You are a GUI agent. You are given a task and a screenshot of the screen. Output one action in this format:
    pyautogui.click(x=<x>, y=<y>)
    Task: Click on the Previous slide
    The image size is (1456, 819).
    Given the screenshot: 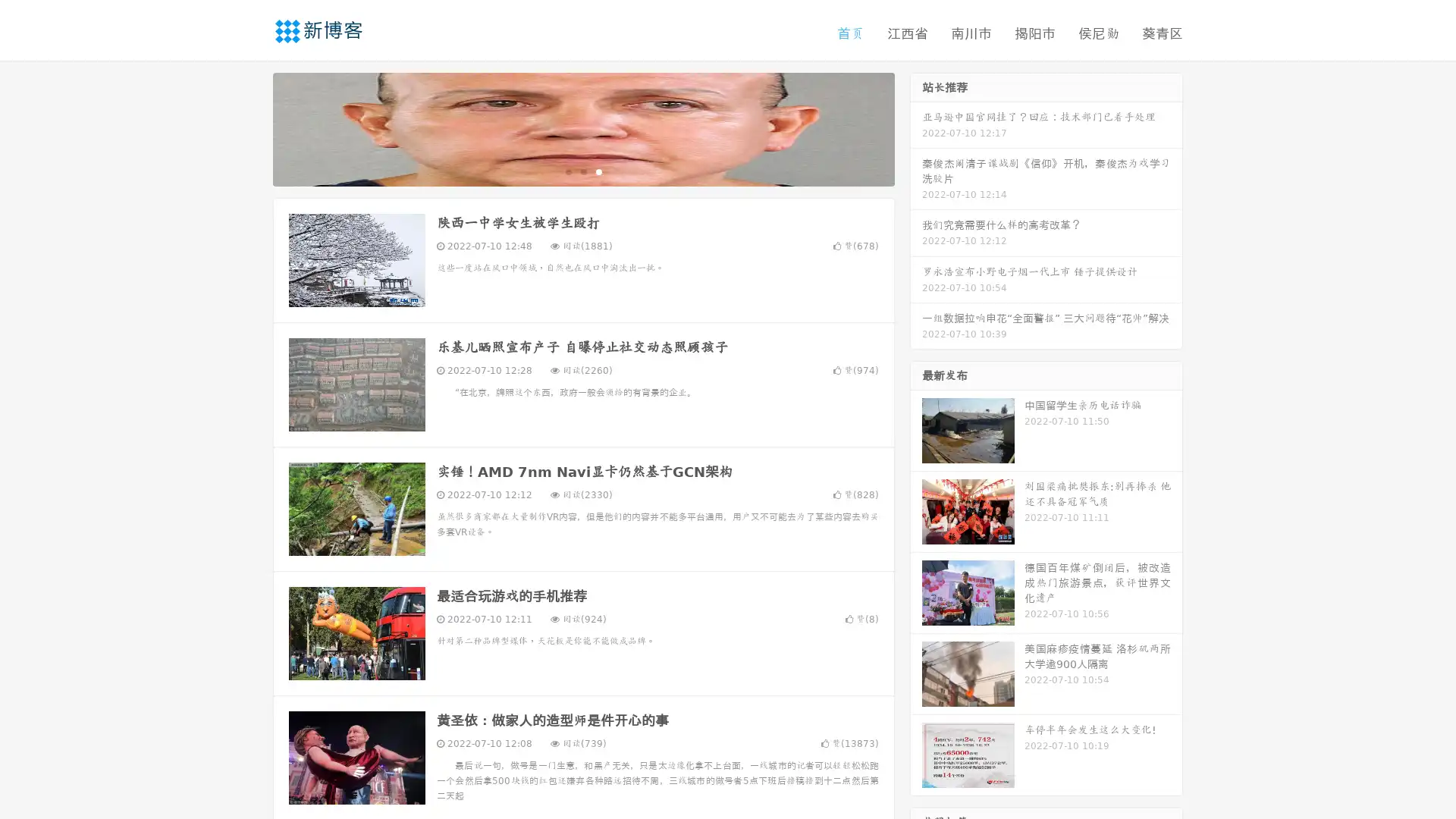 What is the action you would take?
    pyautogui.click(x=250, y=127)
    